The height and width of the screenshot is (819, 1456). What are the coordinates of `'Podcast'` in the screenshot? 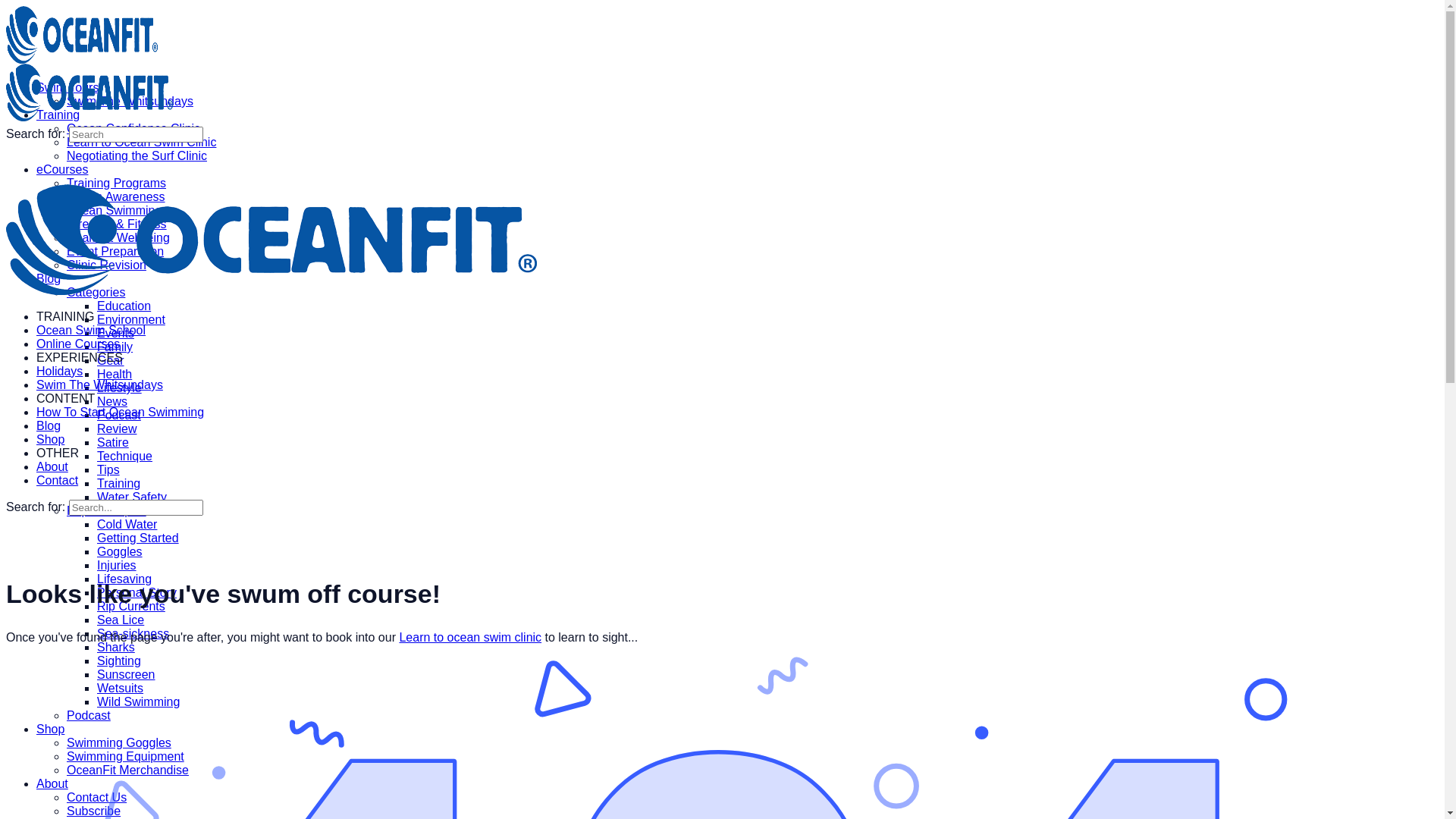 It's located at (87, 715).